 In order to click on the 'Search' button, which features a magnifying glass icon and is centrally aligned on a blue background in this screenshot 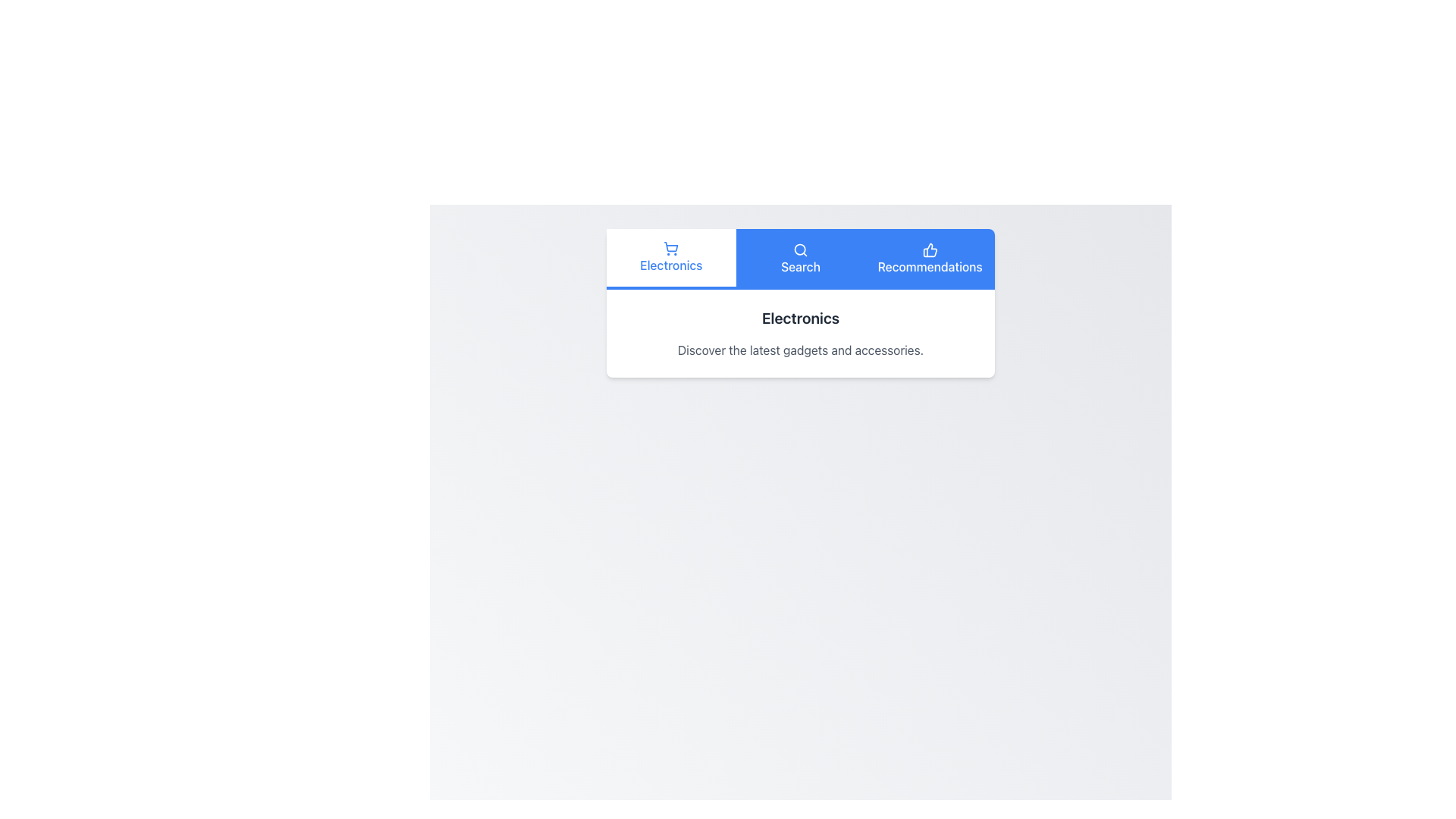, I will do `click(800, 259)`.